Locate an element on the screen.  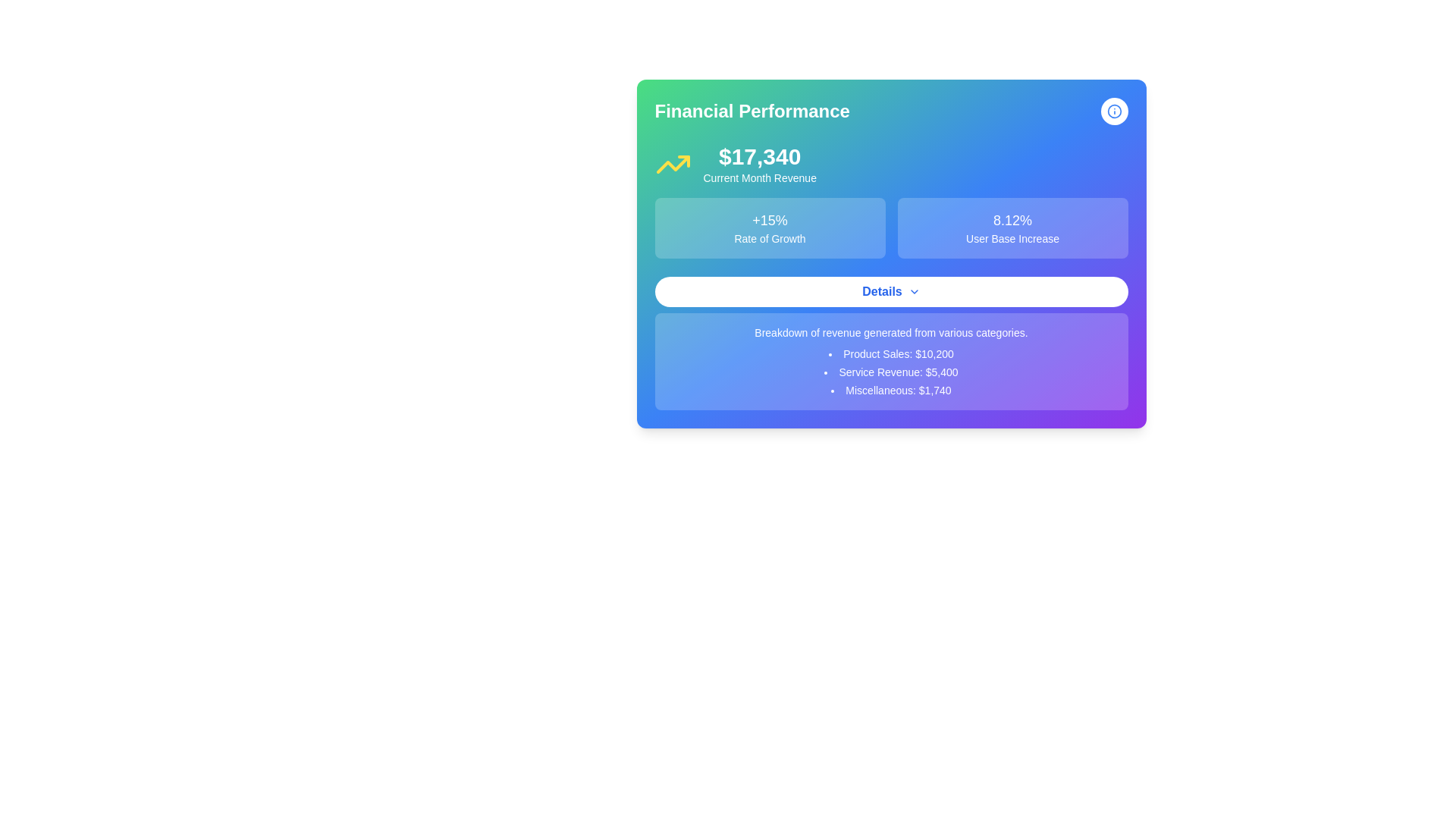
the informational display card that shows the total revenue generated in the current month, located in the top-left section of the 'Financial Performance' card is located at coordinates (891, 164).